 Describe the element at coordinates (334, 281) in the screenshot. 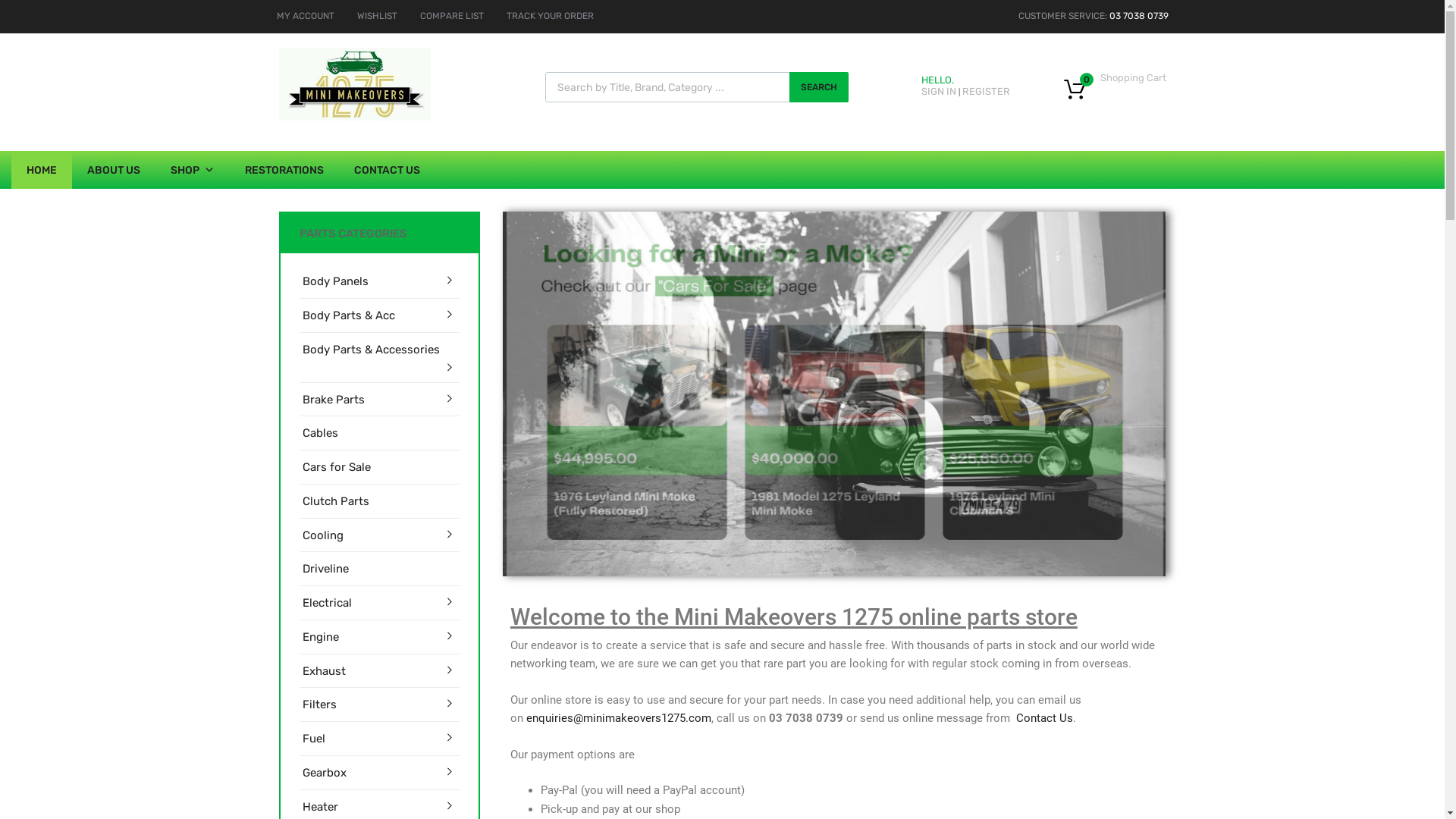

I see `'Body Panels'` at that location.